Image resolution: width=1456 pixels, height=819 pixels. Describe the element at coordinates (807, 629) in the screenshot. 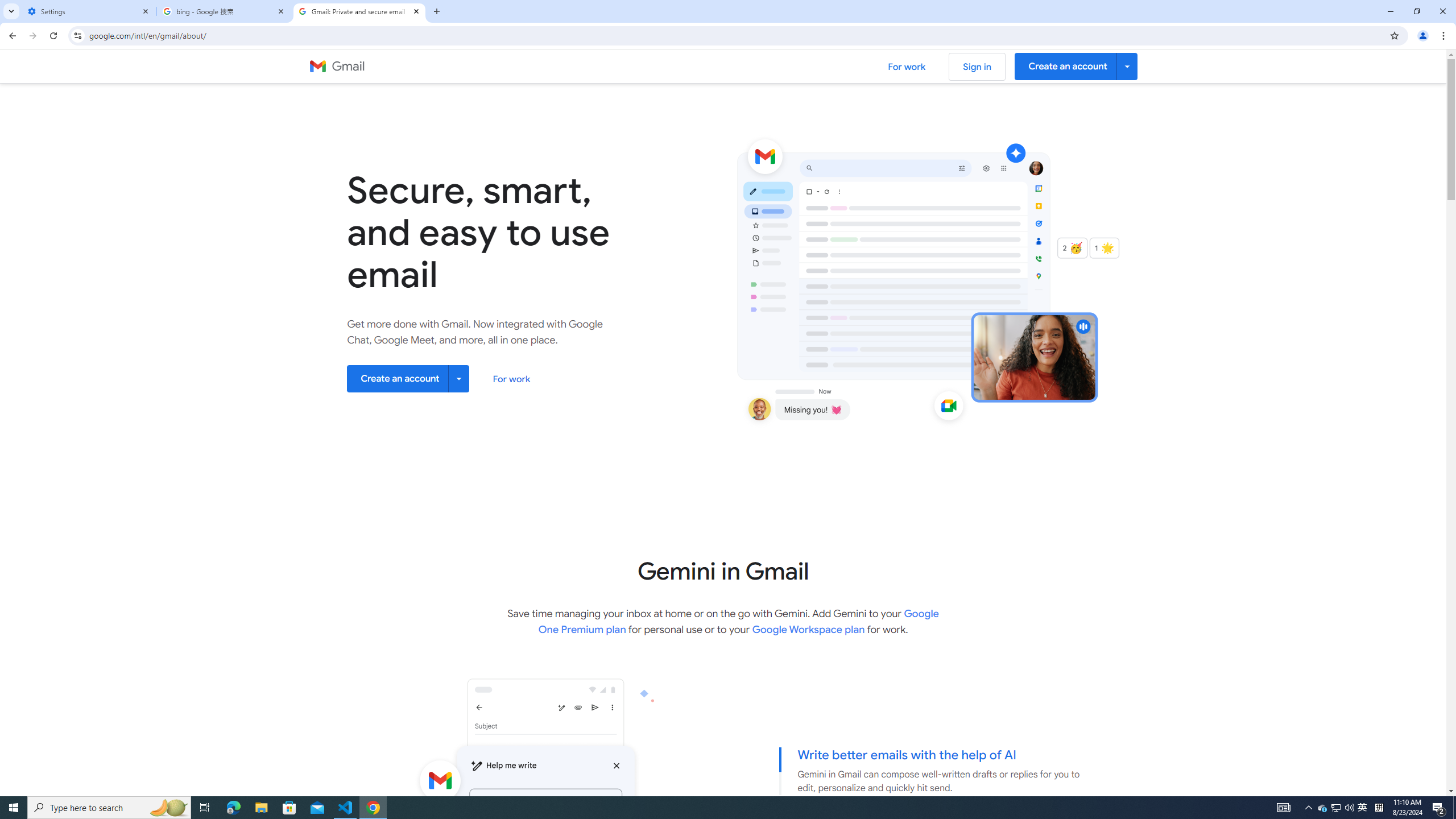

I see `'Google Workspace plan'` at that location.